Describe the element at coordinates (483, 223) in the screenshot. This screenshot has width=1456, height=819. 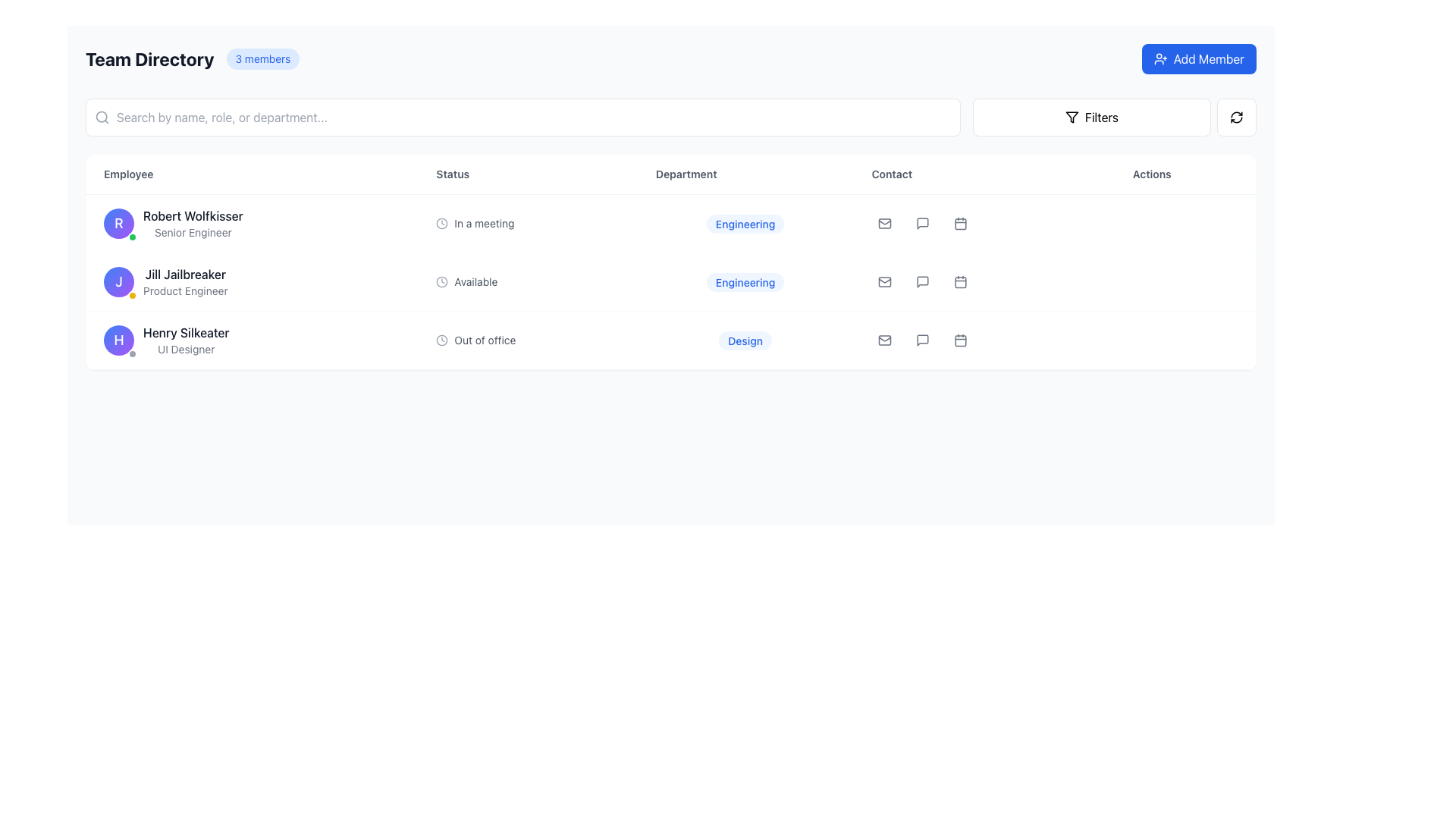
I see `the text label indicating the status of 'Robert Wolfkisser, Senior Engineer' located in the 'Status' column of the table, which is adjacent to a clock icon` at that location.